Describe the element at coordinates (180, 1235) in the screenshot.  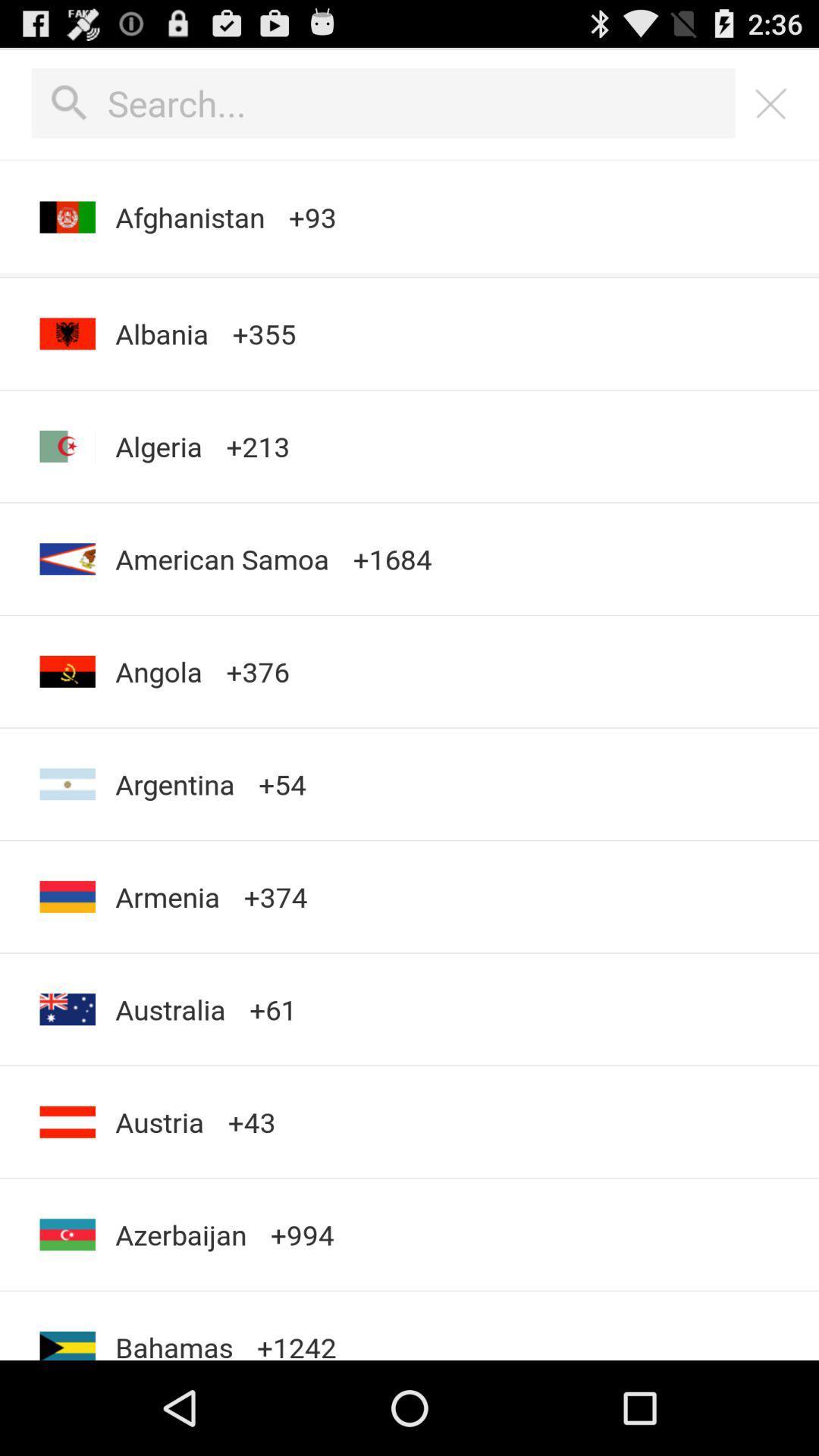
I see `the app next to the +1242 app` at that location.